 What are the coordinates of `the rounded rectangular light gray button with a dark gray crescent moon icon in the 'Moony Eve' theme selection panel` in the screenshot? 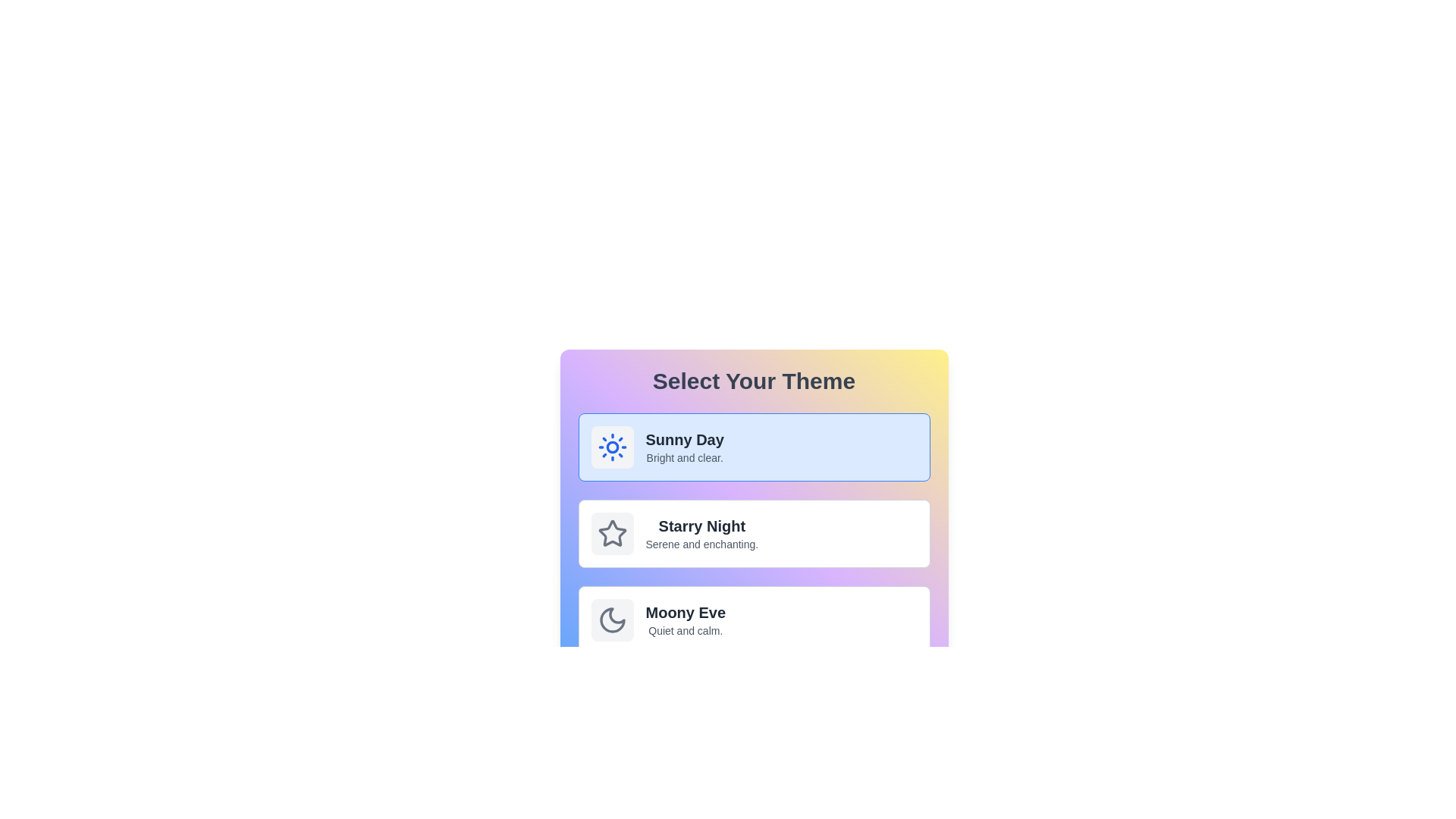 It's located at (612, 620).